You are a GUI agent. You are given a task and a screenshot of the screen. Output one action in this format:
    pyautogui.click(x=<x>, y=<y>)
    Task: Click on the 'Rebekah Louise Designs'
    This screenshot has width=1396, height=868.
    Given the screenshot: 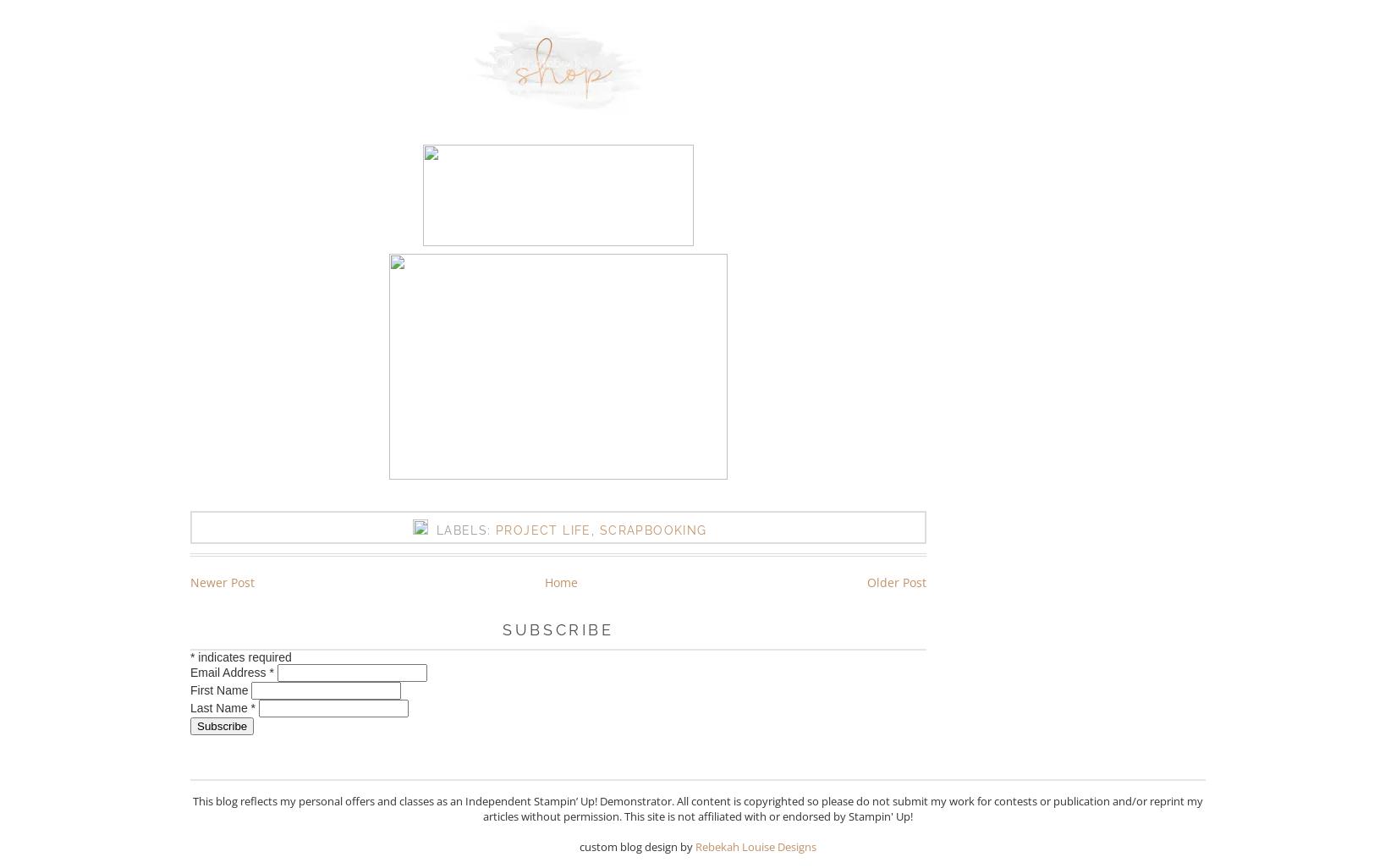 What is the action you would take?
    pyautogui.click(x=756, y=845)
    